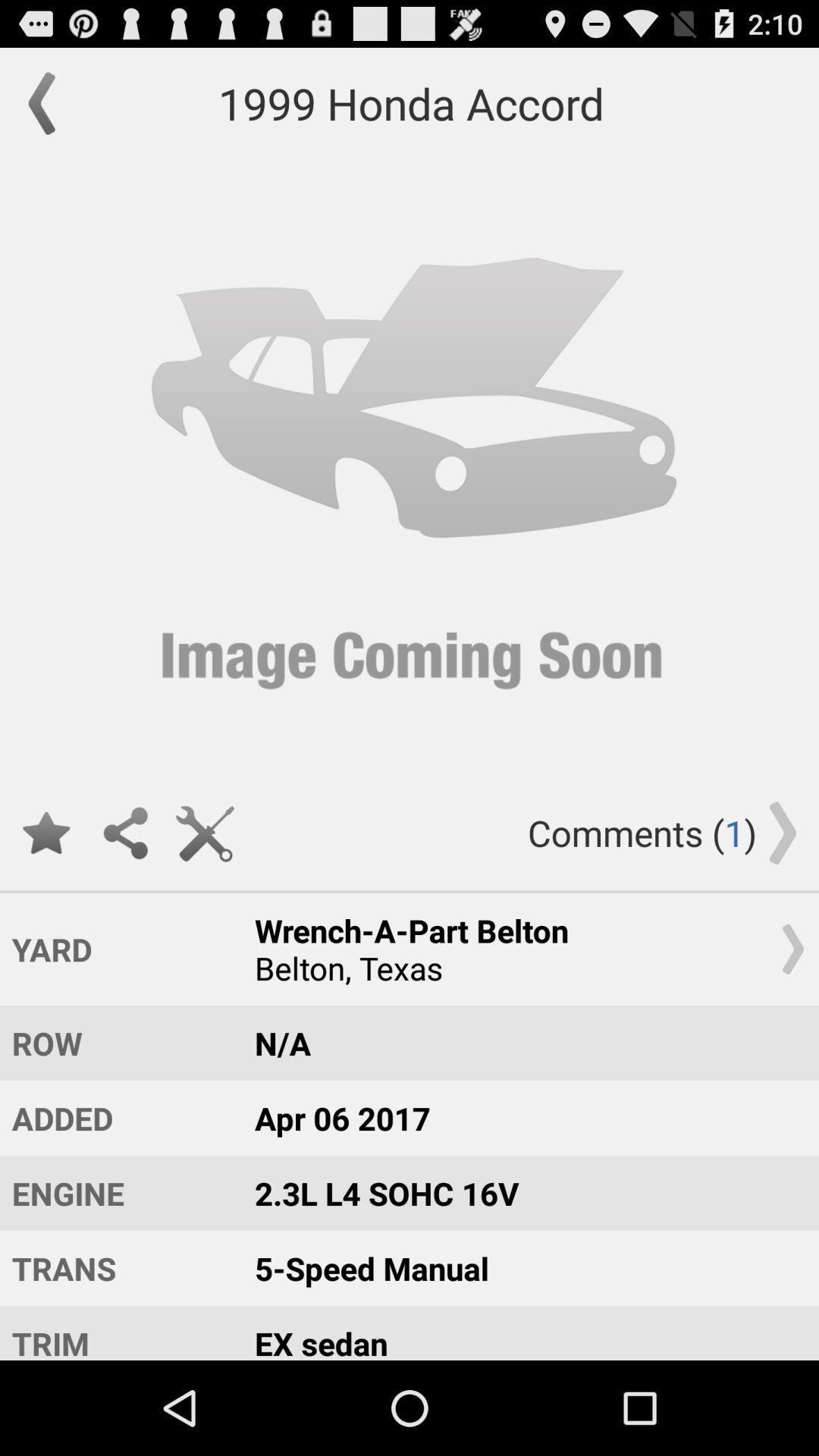  I want to click on the star icon, so click(45, 892).